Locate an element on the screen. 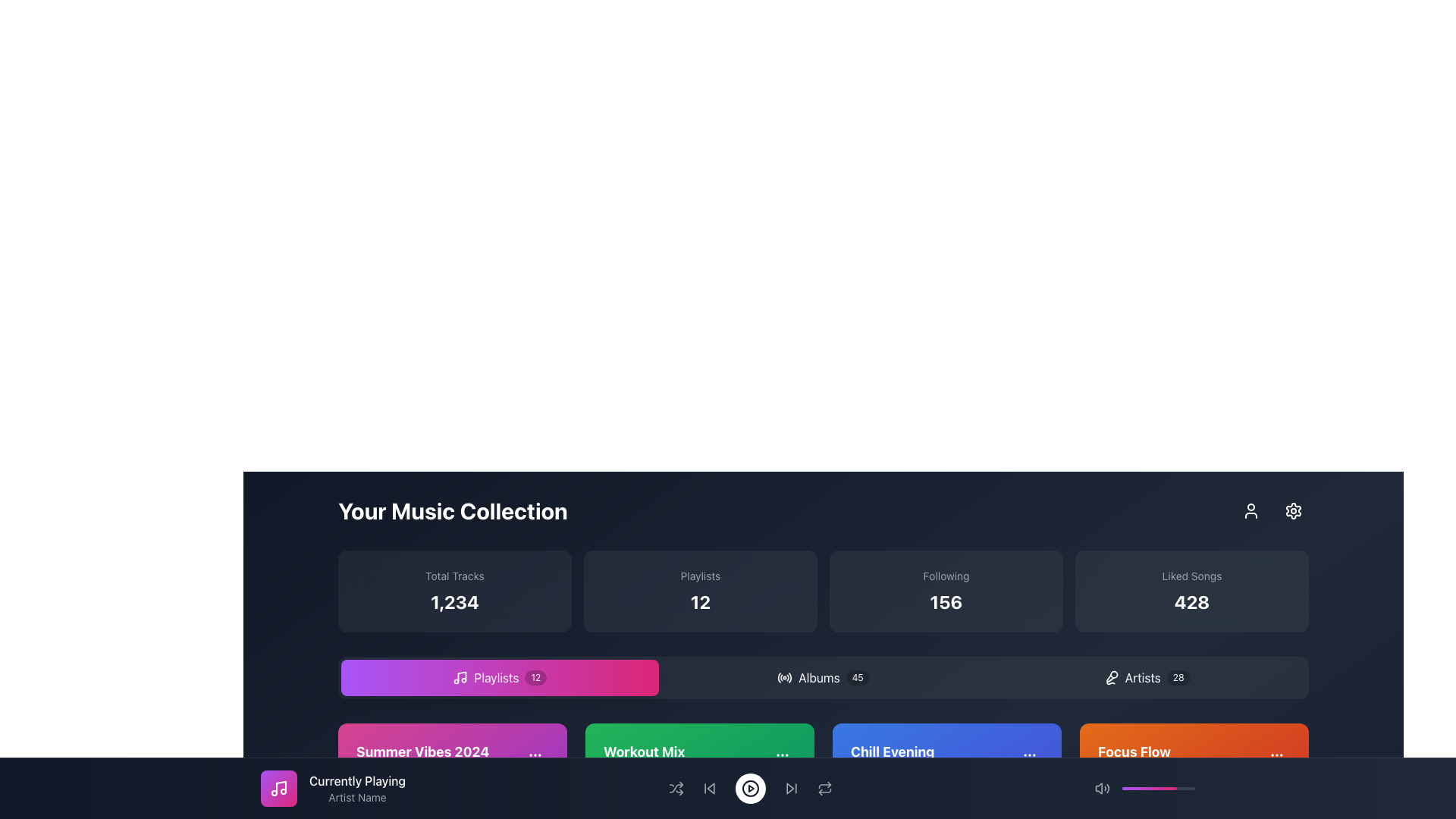  the currently playing track is located at coordinates (356, 788).